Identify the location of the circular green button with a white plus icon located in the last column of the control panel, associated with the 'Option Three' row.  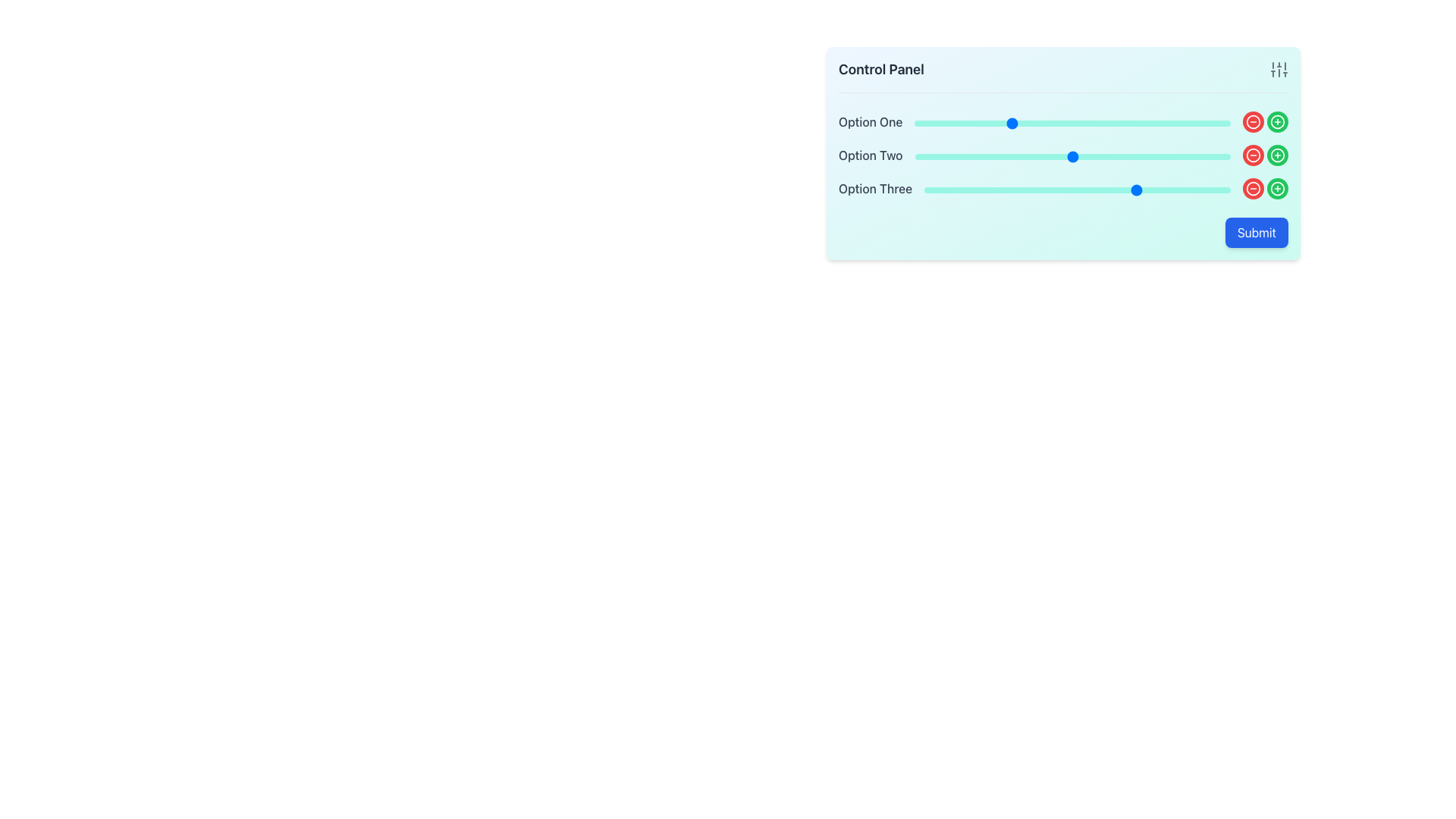
(1276, 188).